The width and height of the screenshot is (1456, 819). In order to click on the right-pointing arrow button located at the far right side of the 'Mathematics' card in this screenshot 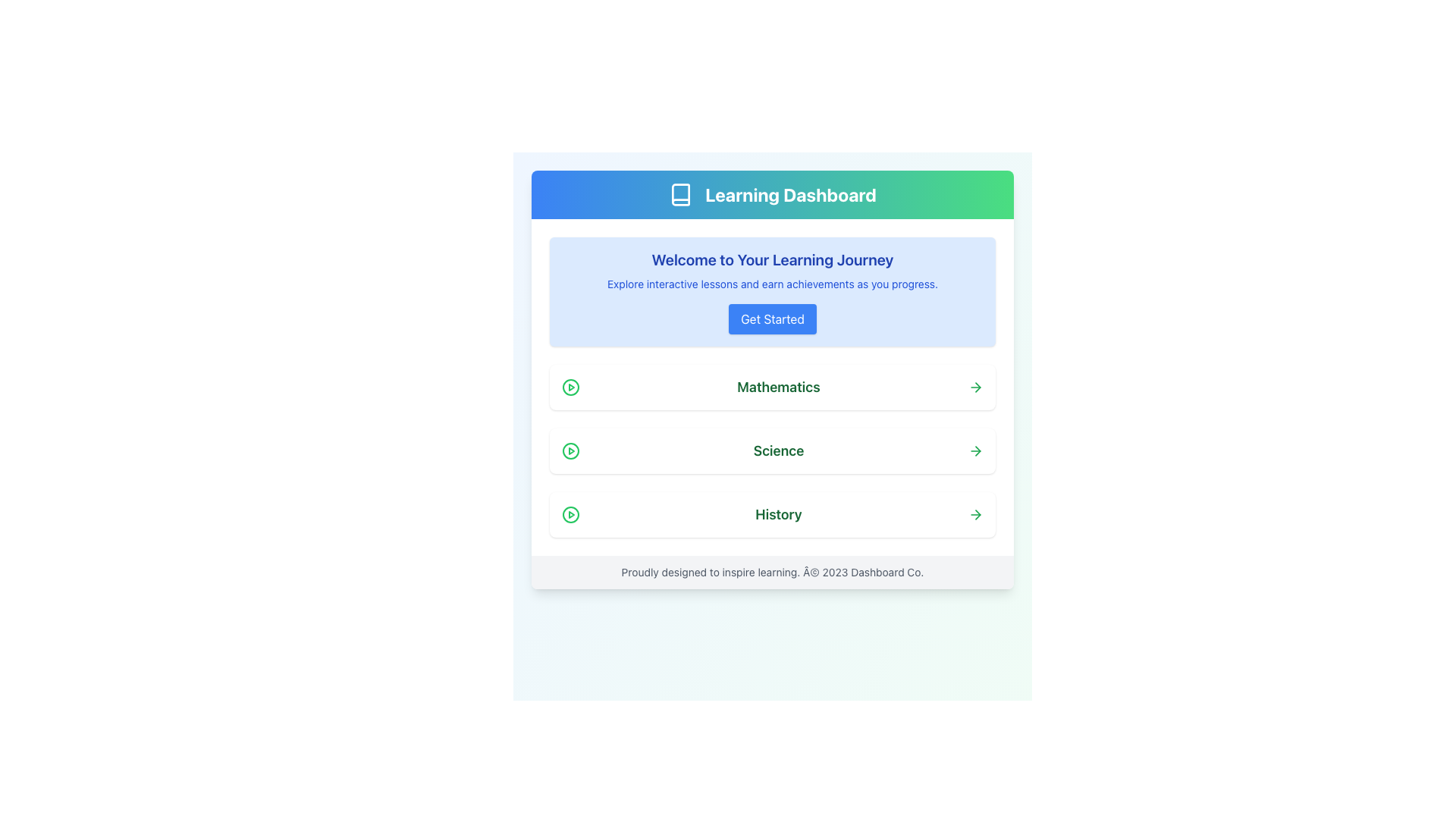, I will do `click(975, 386)`.